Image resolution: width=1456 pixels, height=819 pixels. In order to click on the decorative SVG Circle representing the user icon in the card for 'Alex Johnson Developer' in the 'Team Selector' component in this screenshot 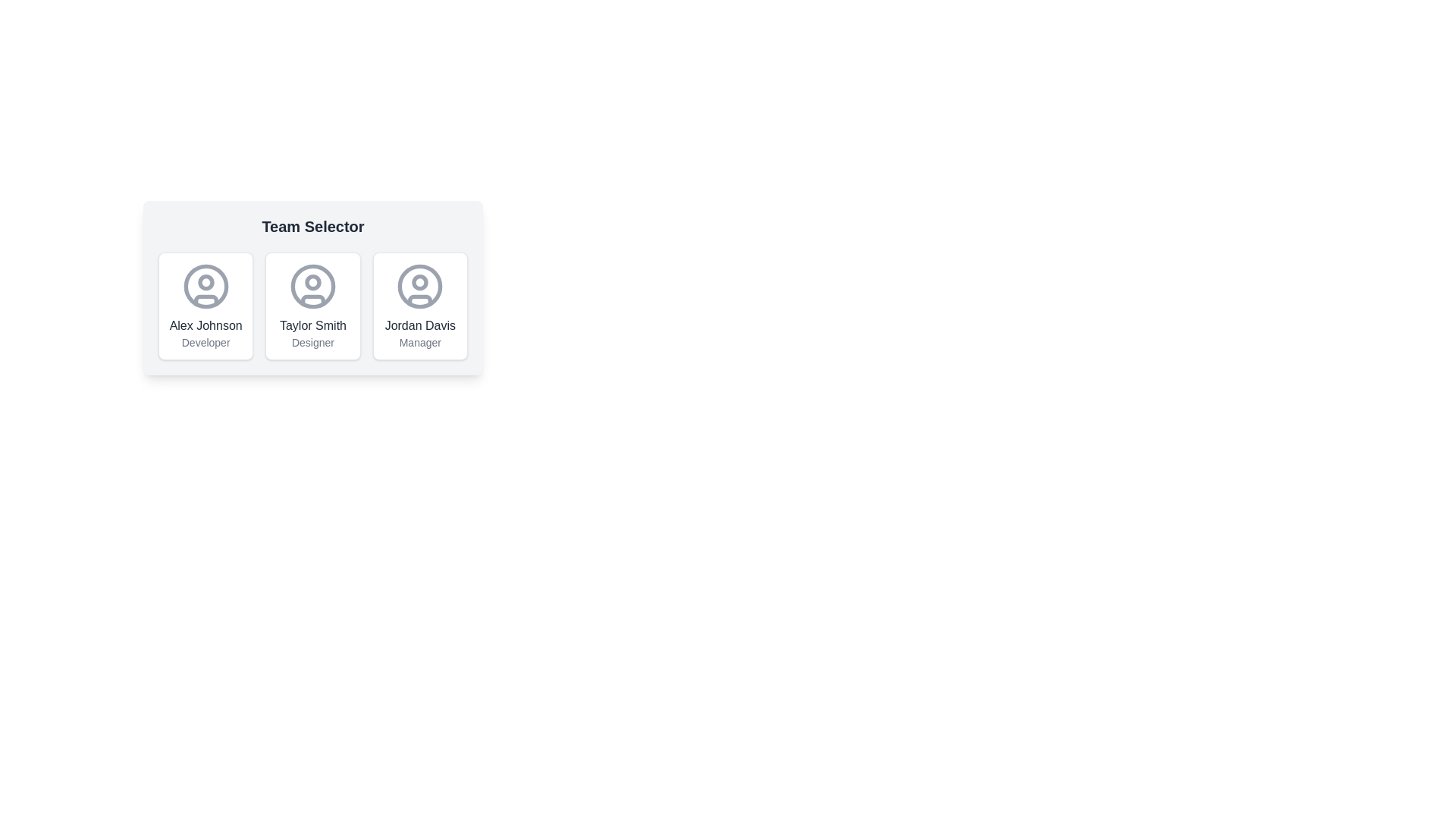, I will do `click(205, 282)`.